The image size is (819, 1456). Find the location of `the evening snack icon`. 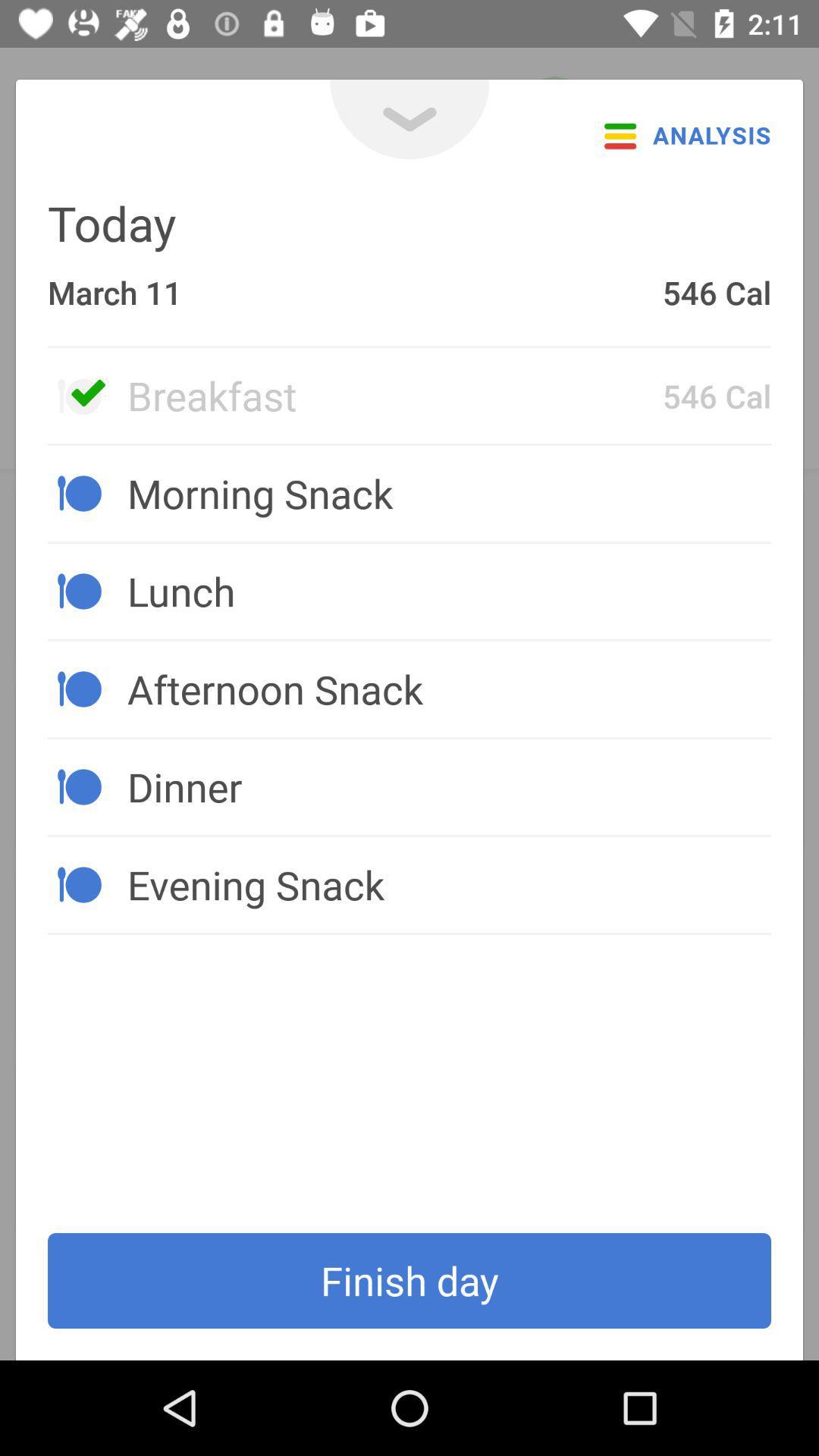

the evening snack icon is located at coordinates (448, 884).